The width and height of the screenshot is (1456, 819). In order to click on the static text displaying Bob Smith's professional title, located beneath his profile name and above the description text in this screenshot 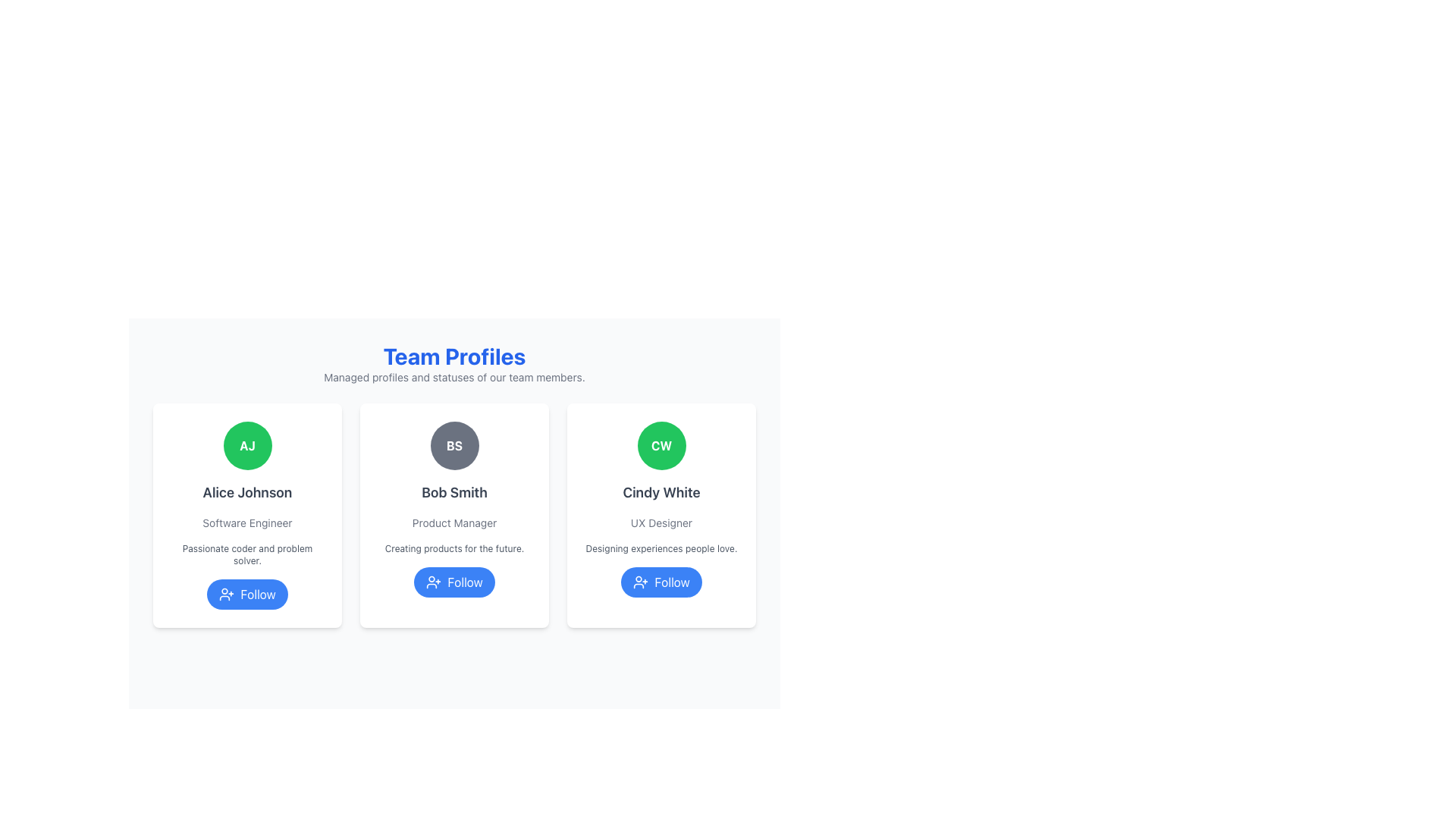, I will do `click(453, 522)`.